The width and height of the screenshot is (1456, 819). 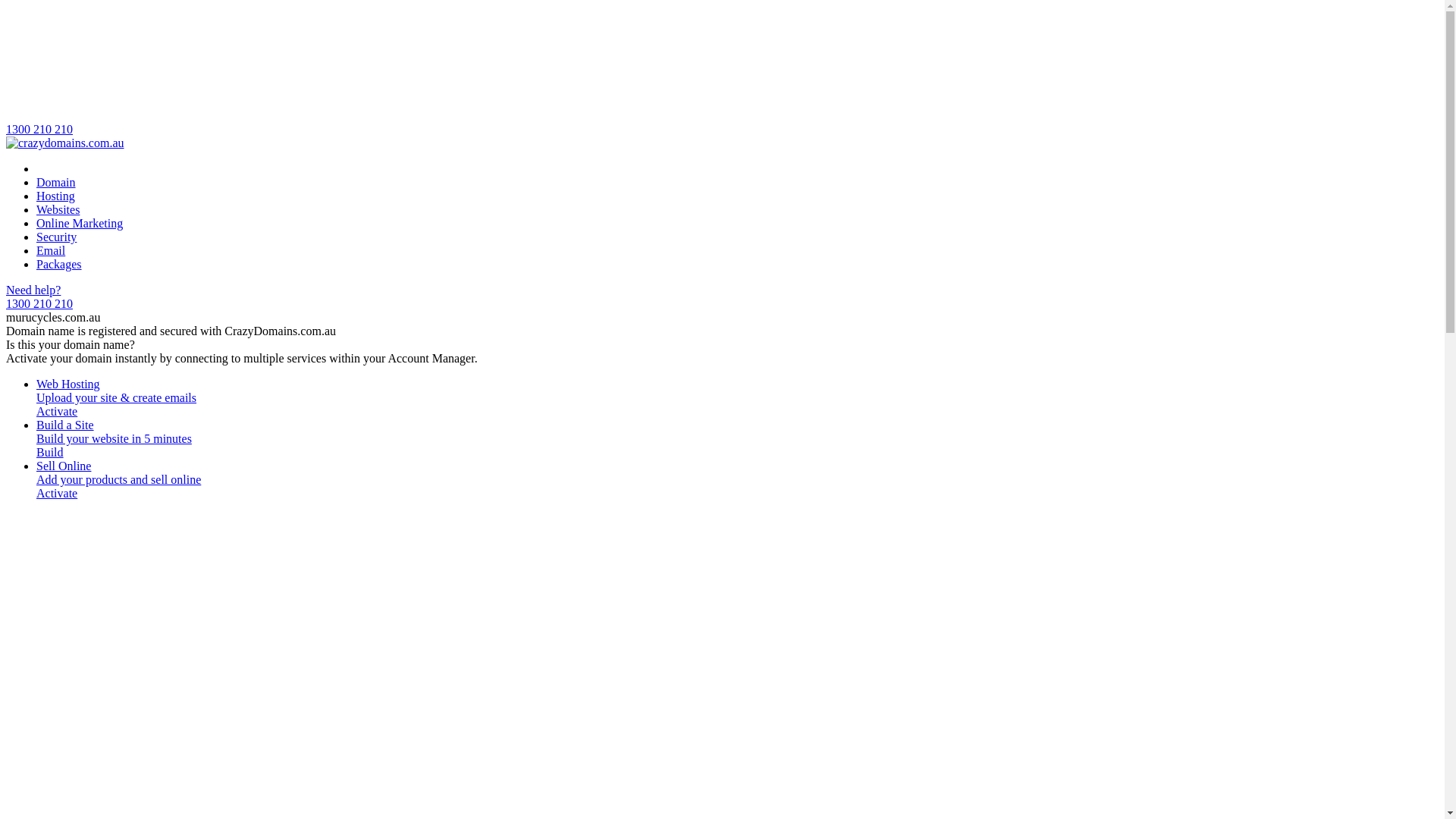 I want to click on 'Online Marketing', so click(x=79, y=223).